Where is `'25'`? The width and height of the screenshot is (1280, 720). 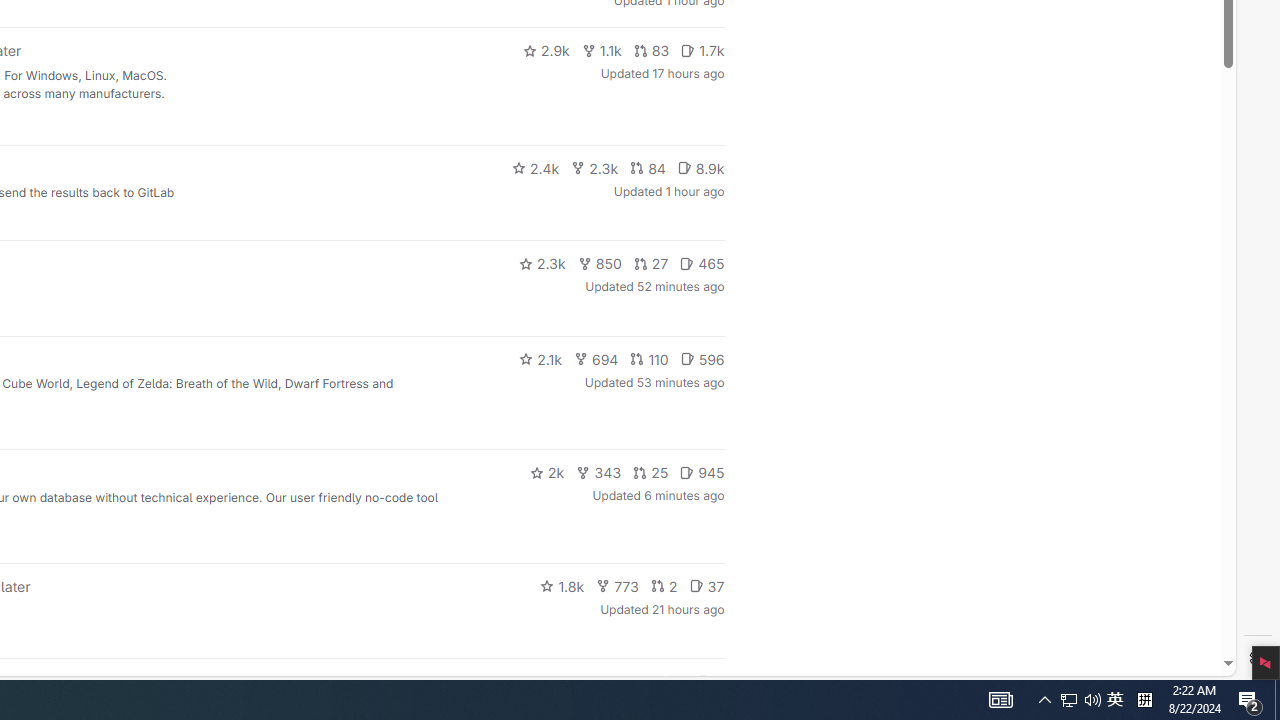 '25' is located at coordinates (651, 473).